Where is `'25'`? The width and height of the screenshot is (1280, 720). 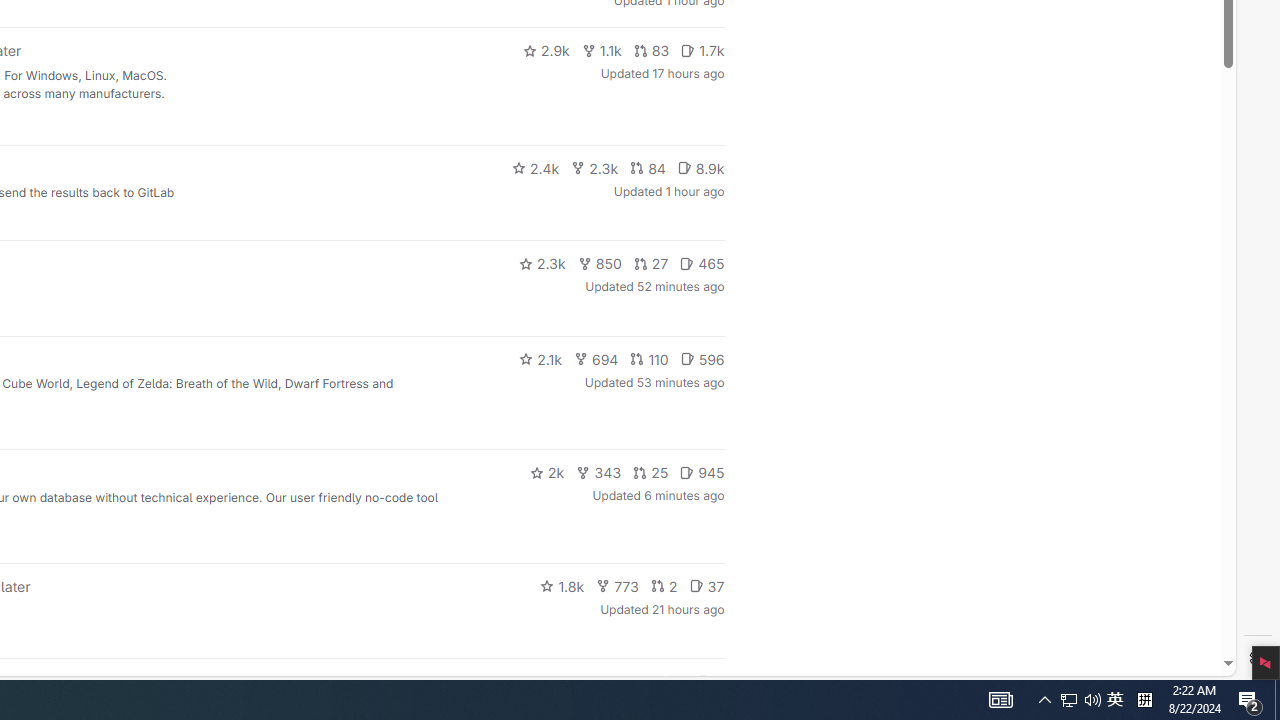 '25' is located at coordinates (651, 473).